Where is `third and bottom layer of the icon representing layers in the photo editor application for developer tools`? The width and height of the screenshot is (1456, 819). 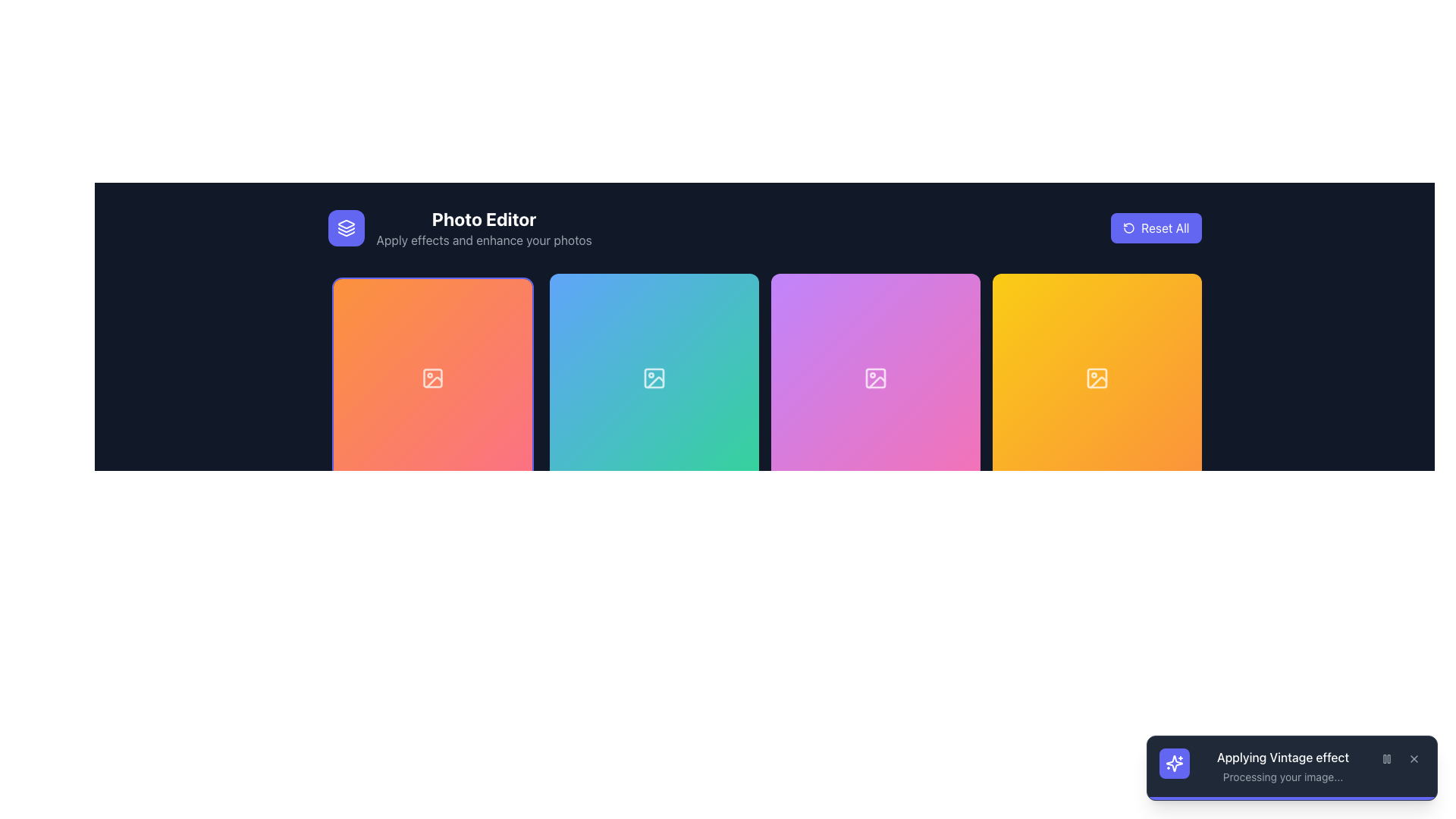 third and bottom layer of the icon representing layers in the photo editor application for developer tools is located at coordinates (345, 234).